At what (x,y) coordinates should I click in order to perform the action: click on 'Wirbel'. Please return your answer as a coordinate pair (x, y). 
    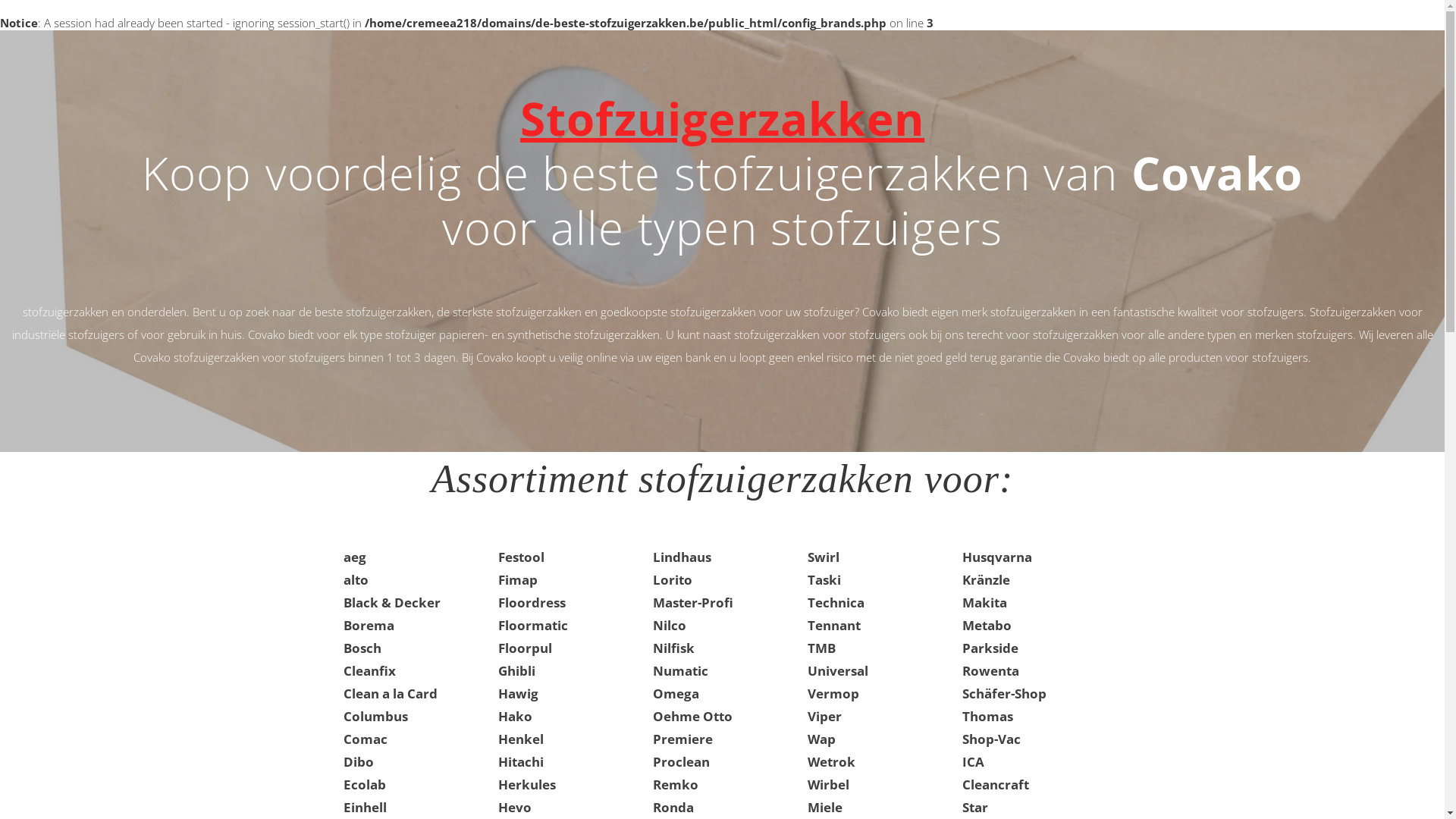
    Looking at the image, I should click on (827, 784).